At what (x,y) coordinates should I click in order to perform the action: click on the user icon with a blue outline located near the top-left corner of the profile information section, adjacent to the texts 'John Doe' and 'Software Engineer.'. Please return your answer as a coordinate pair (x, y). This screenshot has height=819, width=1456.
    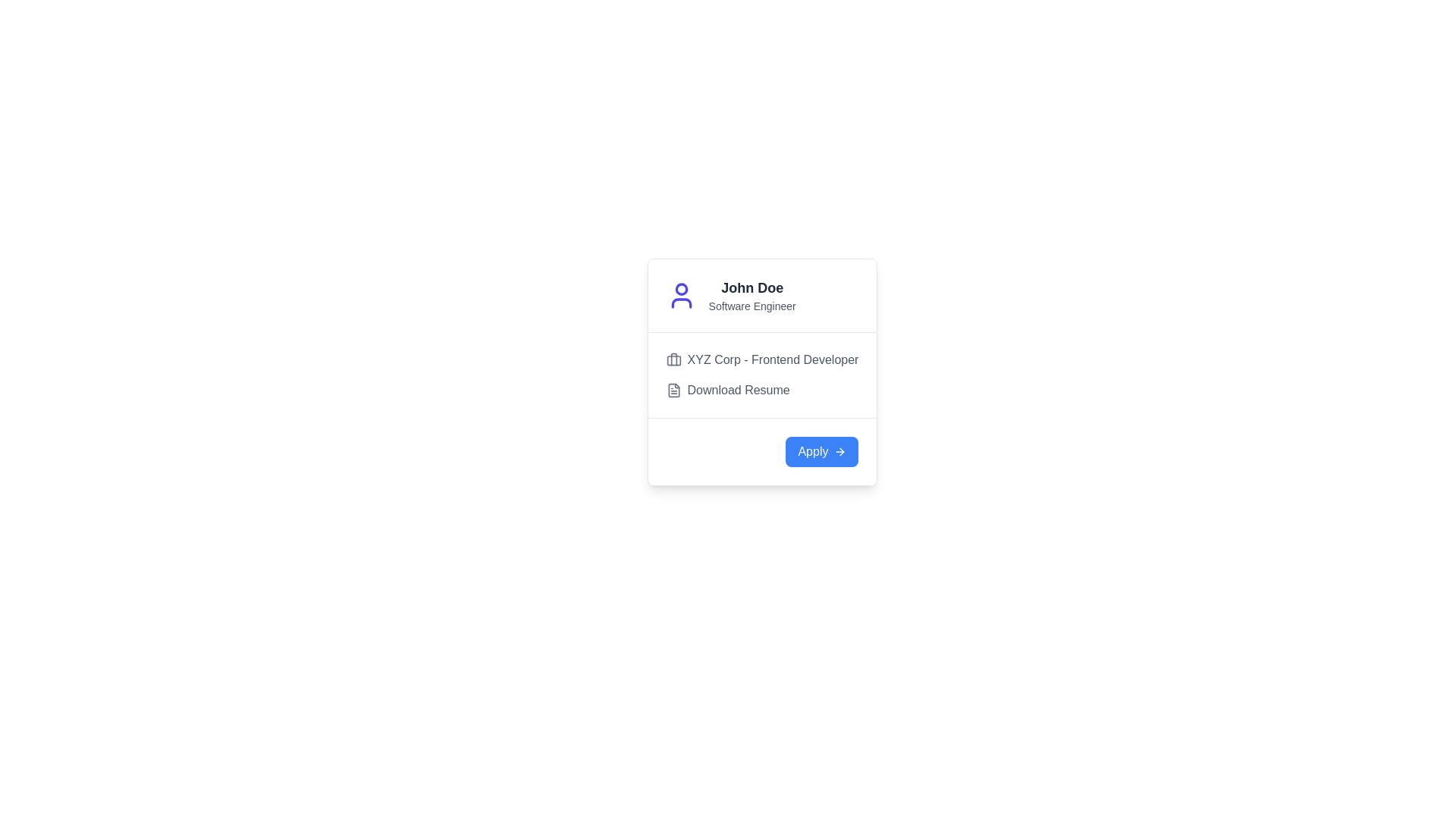
    Looking at the image, I should click on (680, 295).